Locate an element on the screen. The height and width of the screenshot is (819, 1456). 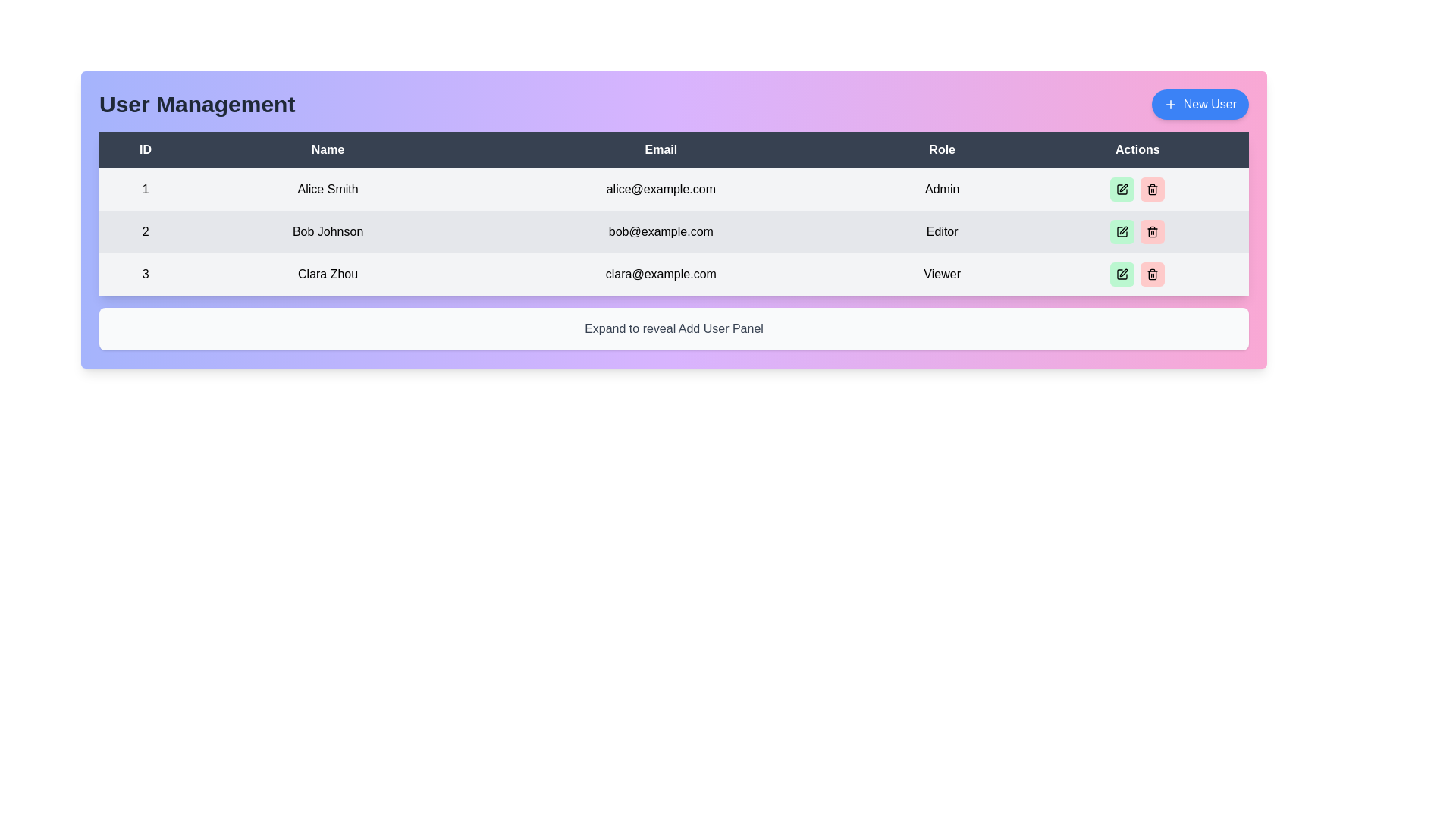
the Information label or collapsible panel trigger located beneath the user information table, which indicates an expandable section for adding users is located at coordinates (673, 328).